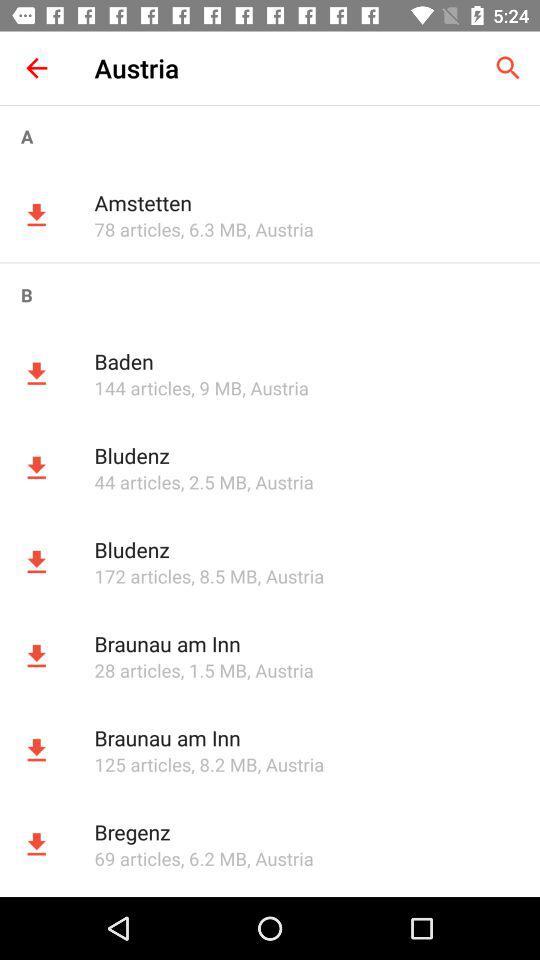  What do you see at coordinates (136, 229) in the screenshot?
I see `app next to the , 6.3 mb item` at bounding box center [136, 229].